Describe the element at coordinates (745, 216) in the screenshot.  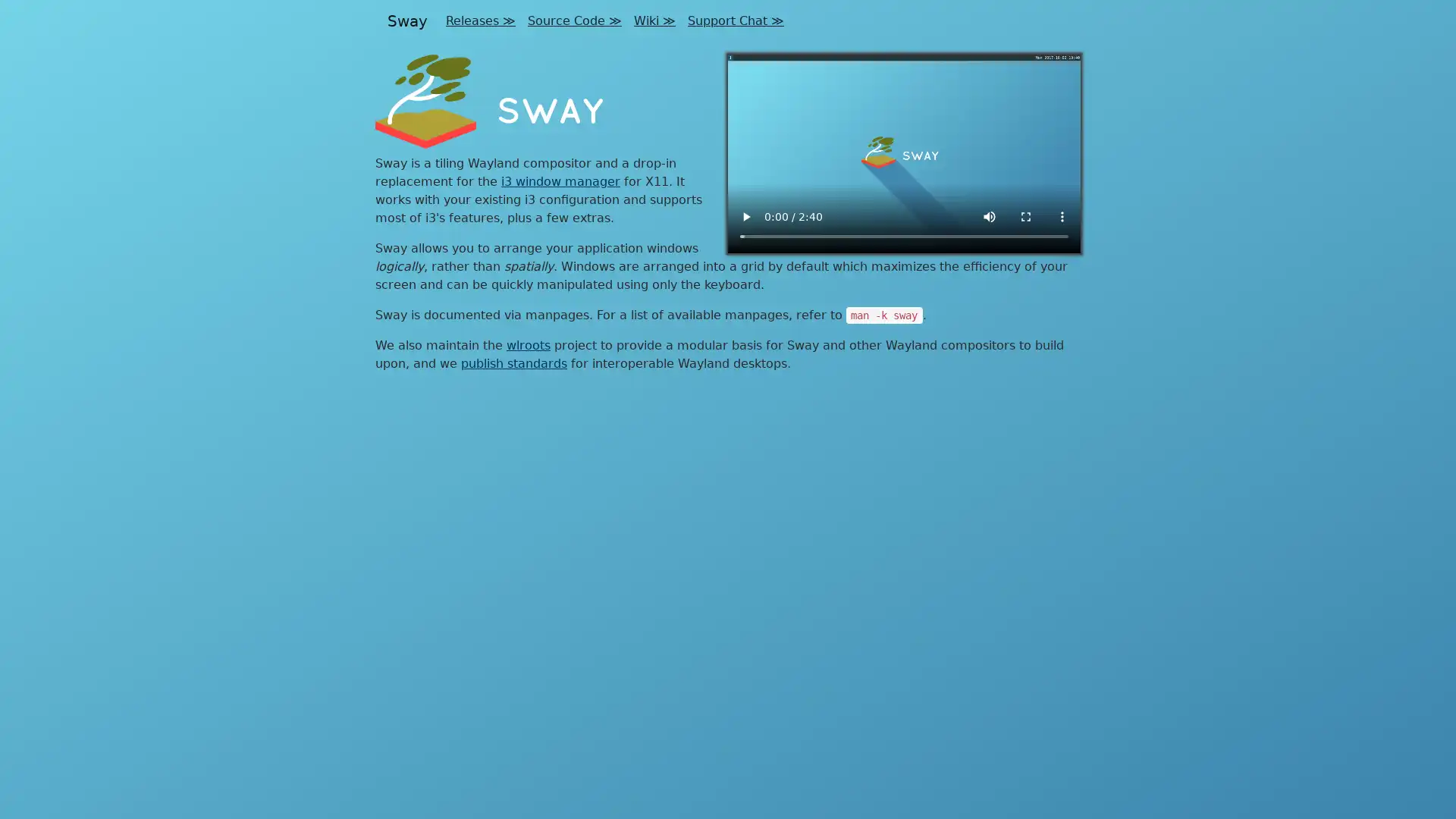
I see `play` at that location.